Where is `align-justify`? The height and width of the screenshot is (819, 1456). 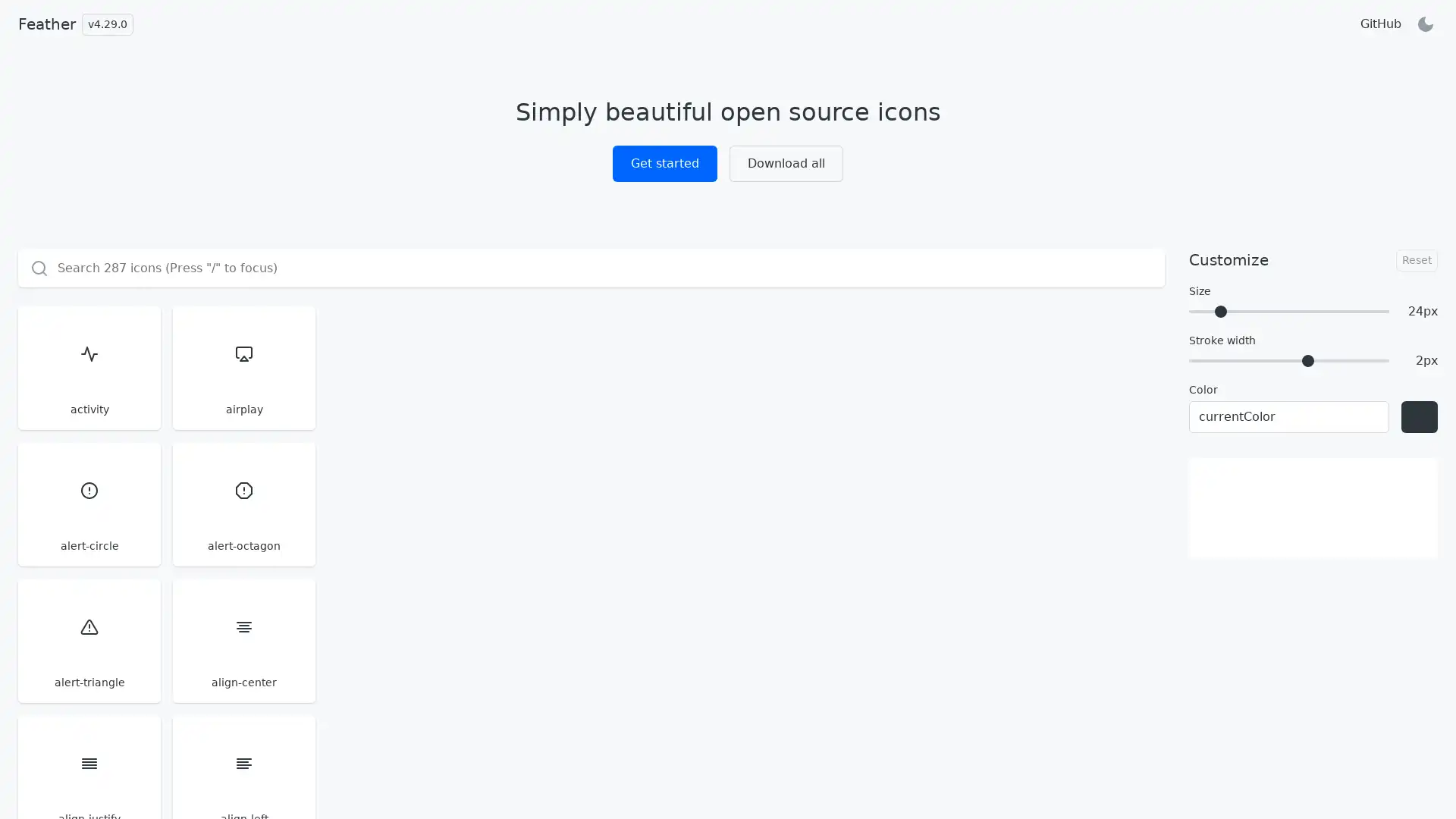 align-justify is located at coordinates (847, 368).